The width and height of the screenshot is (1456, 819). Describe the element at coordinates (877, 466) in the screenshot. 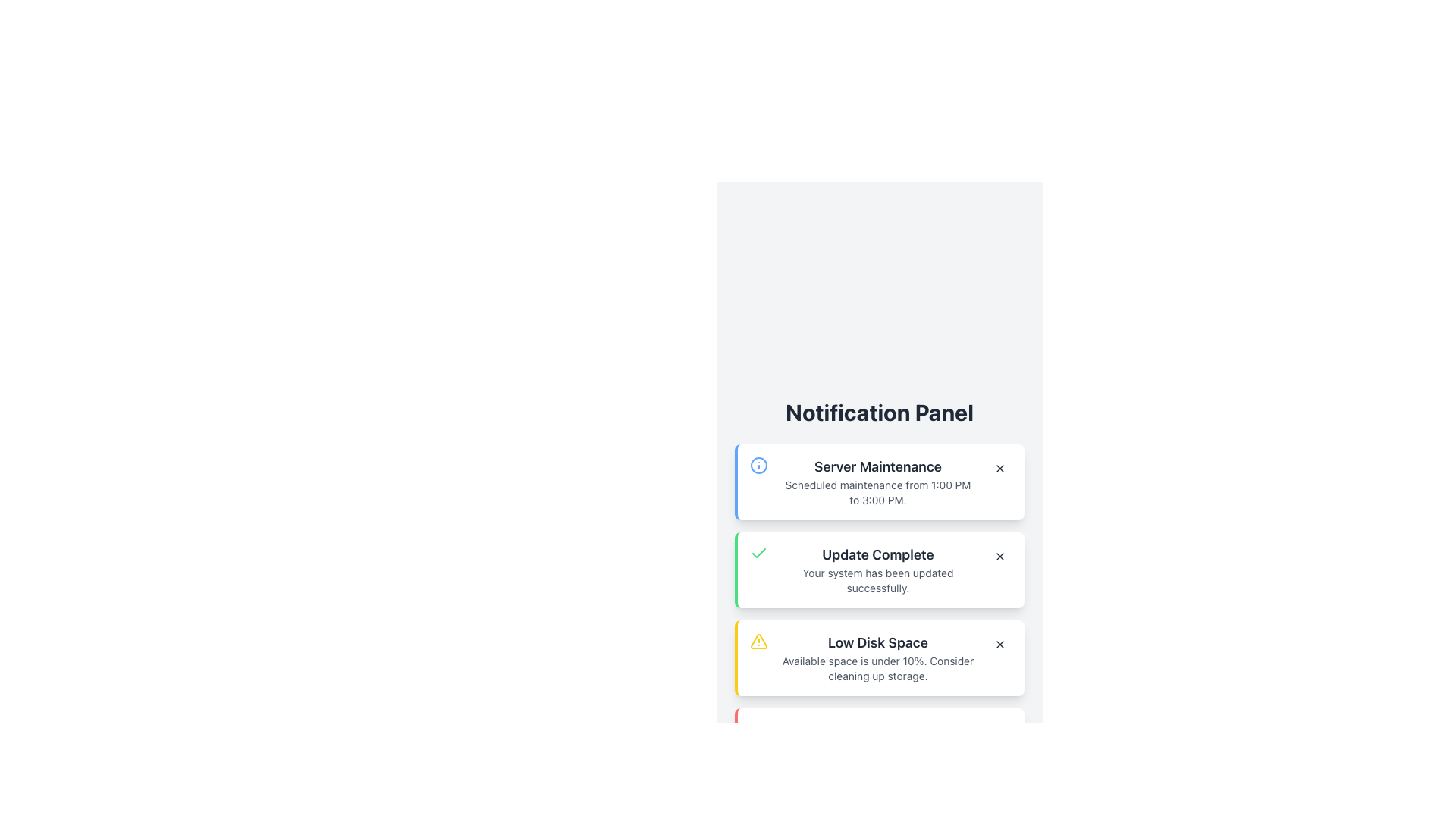

I see `the text element labeled 'Server Maintenance' which is styled in bold and larger font, prominently displayed at the top of the notification block` at that location.